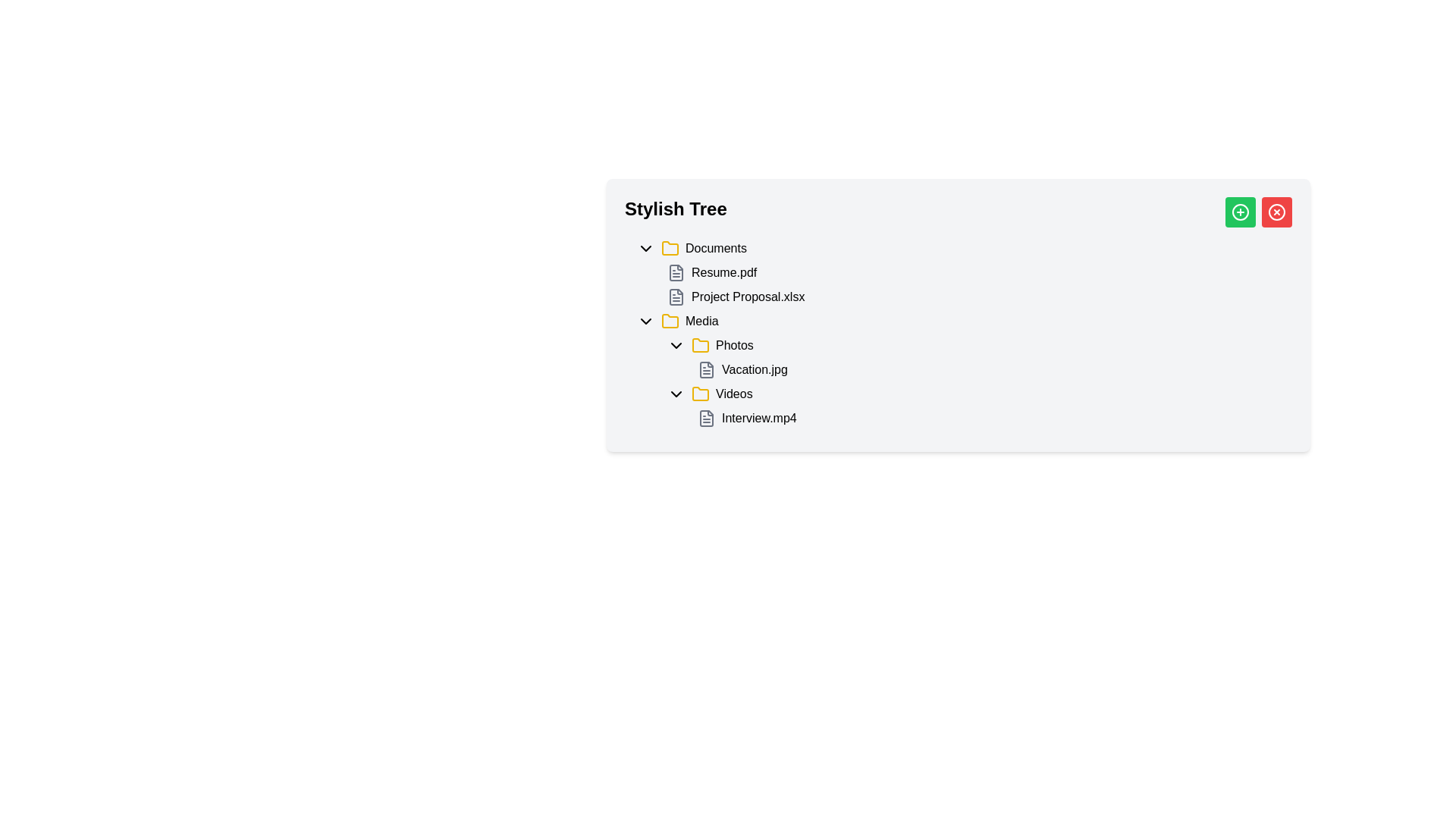 The height and width of the screenshot is (819, 1456). Describe the element at coordinates (705, 418) in the screenshot. I see `the document icon representing the file item 'Interview.mp4'` at that location.